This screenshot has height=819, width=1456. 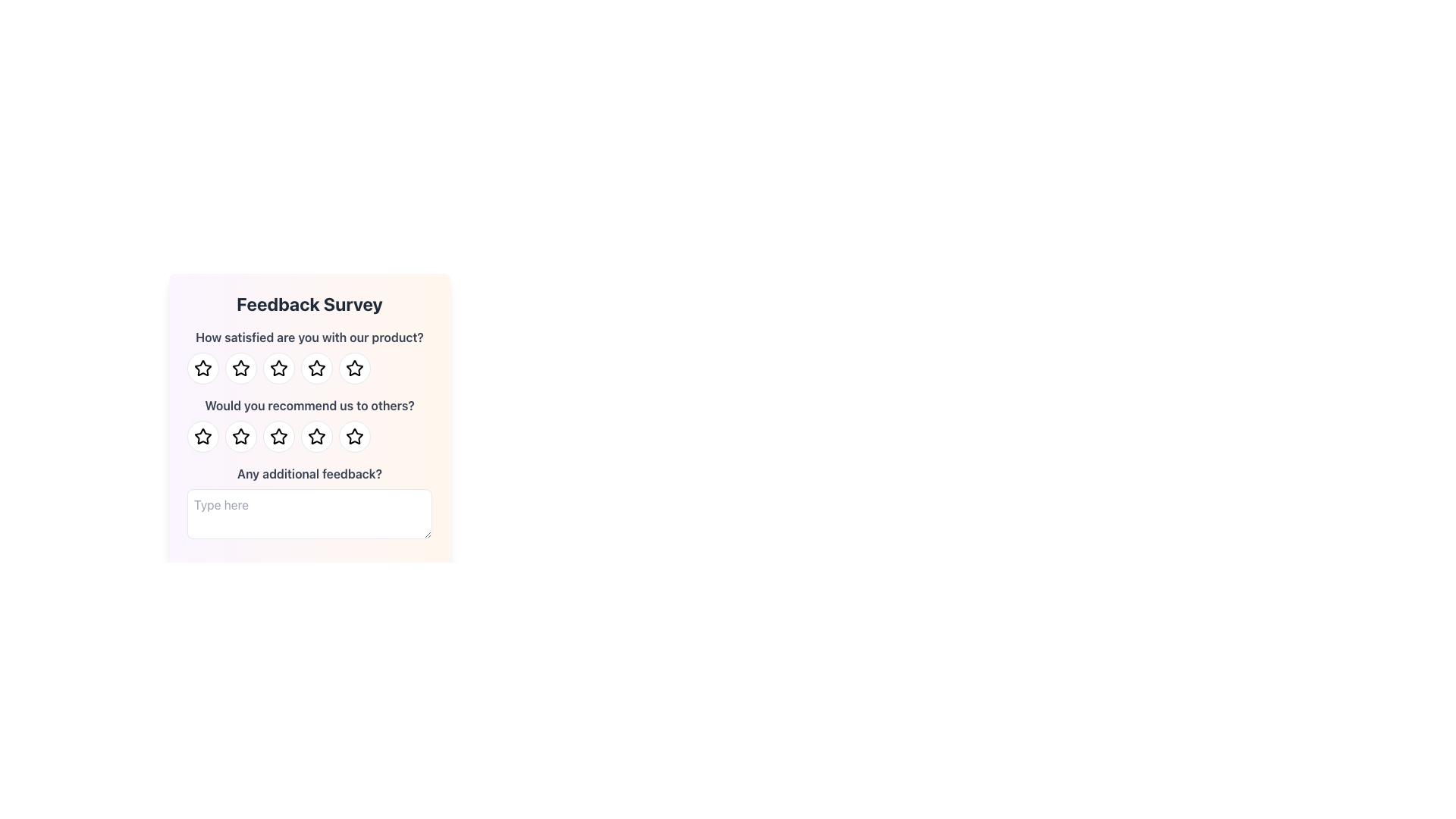 What do you see at coordinates (240, 369) in the screenshot?
I see `the second rating button located below the question 'How satisfied are you with our product?'` at bounding box center [240, 369].